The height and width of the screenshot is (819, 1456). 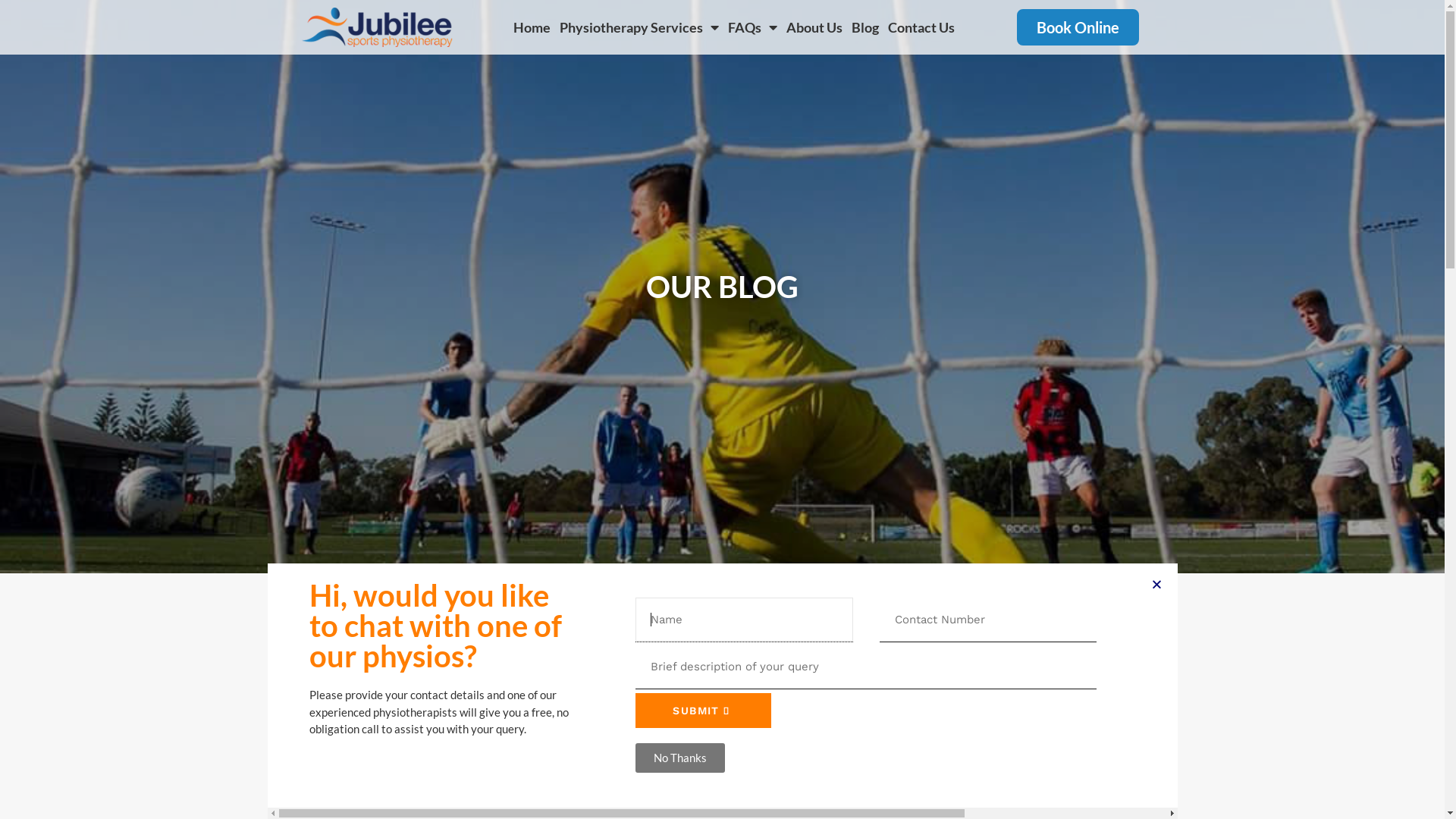 I want to click on 'Physiotherapy Services', so click(x=639, y=27).